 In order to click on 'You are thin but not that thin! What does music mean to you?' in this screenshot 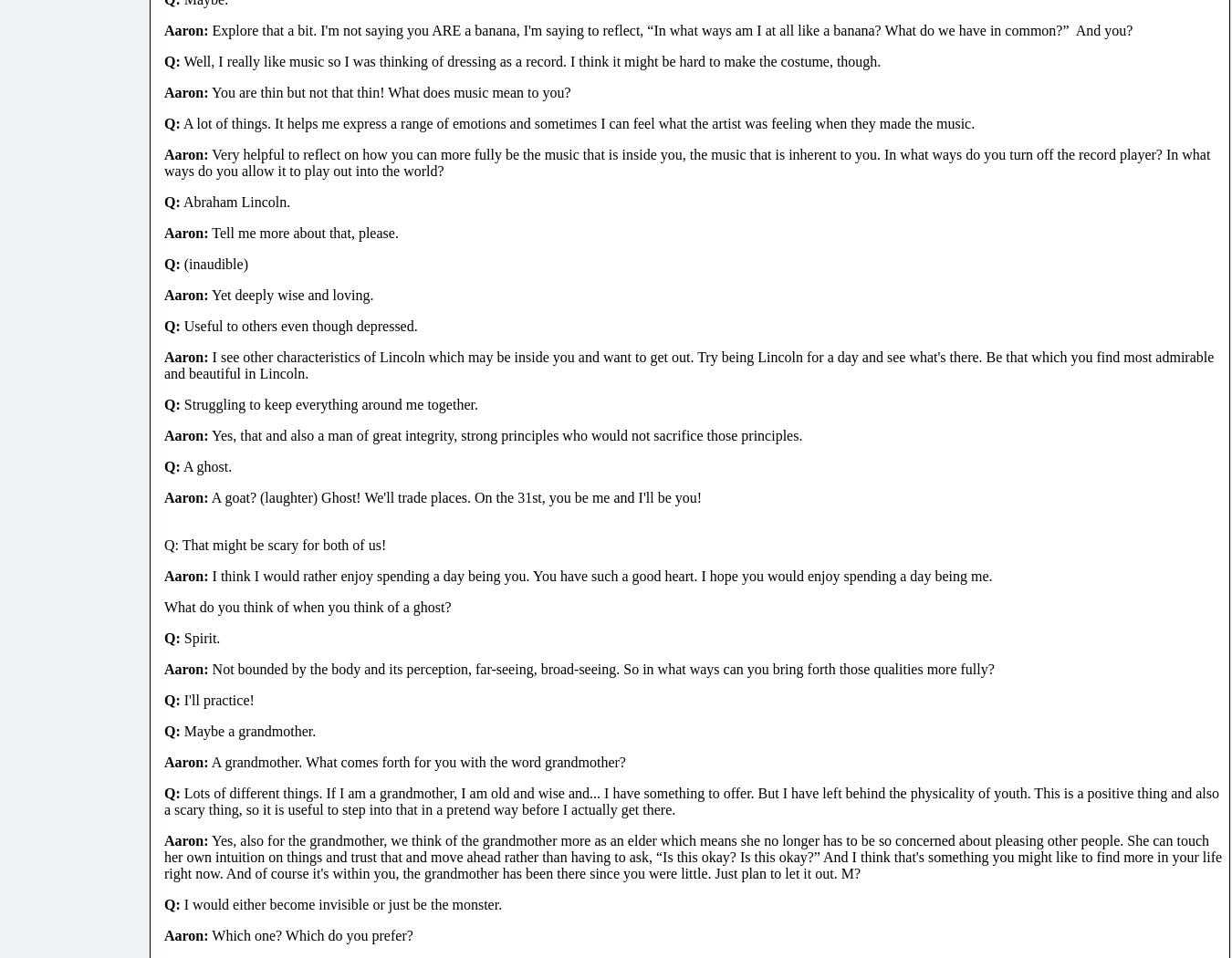, I will do `click(389, 91)`.